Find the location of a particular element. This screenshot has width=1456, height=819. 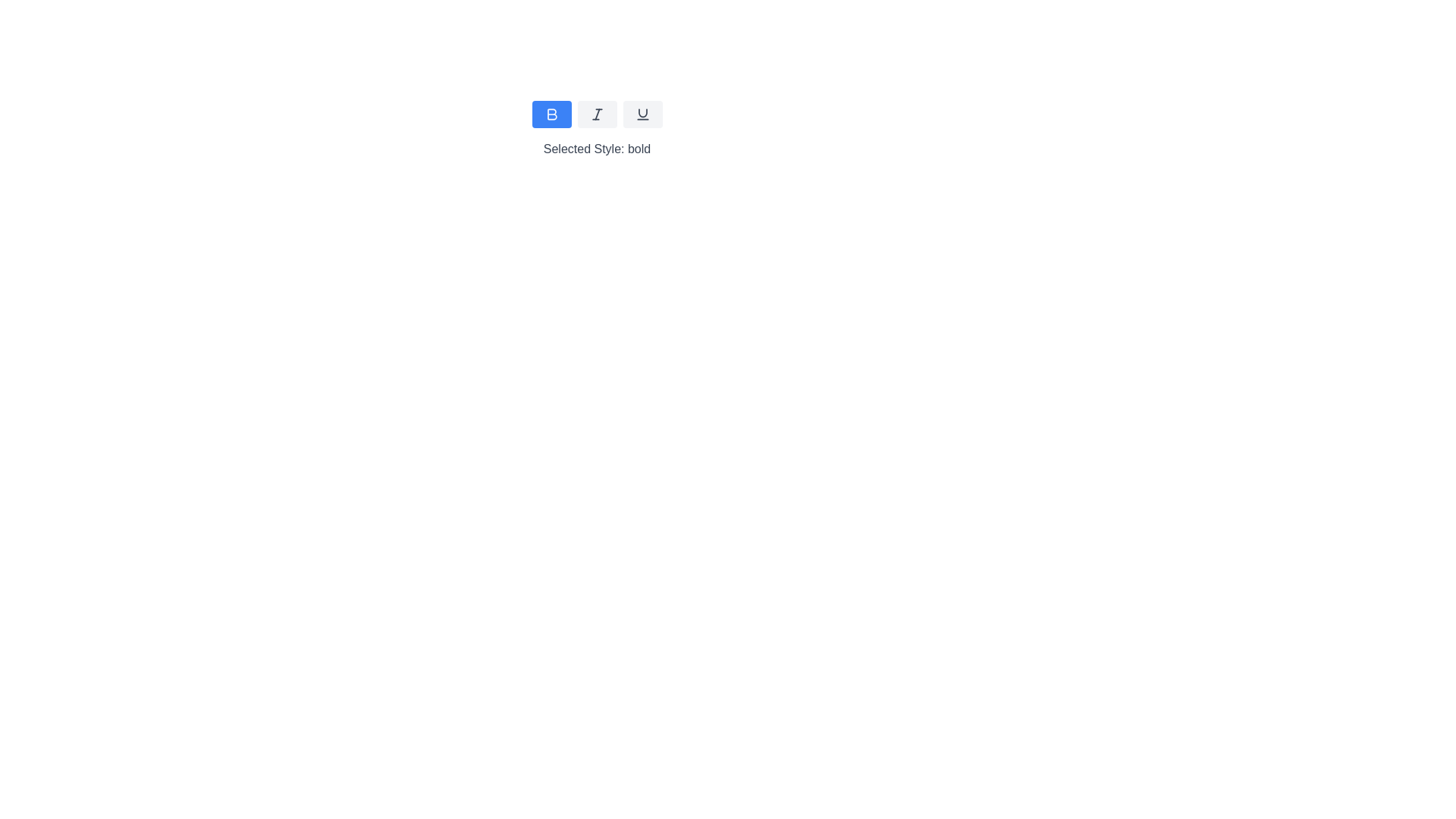

the 'Italic' button to select the italic style is located at coordinates (596, 113).